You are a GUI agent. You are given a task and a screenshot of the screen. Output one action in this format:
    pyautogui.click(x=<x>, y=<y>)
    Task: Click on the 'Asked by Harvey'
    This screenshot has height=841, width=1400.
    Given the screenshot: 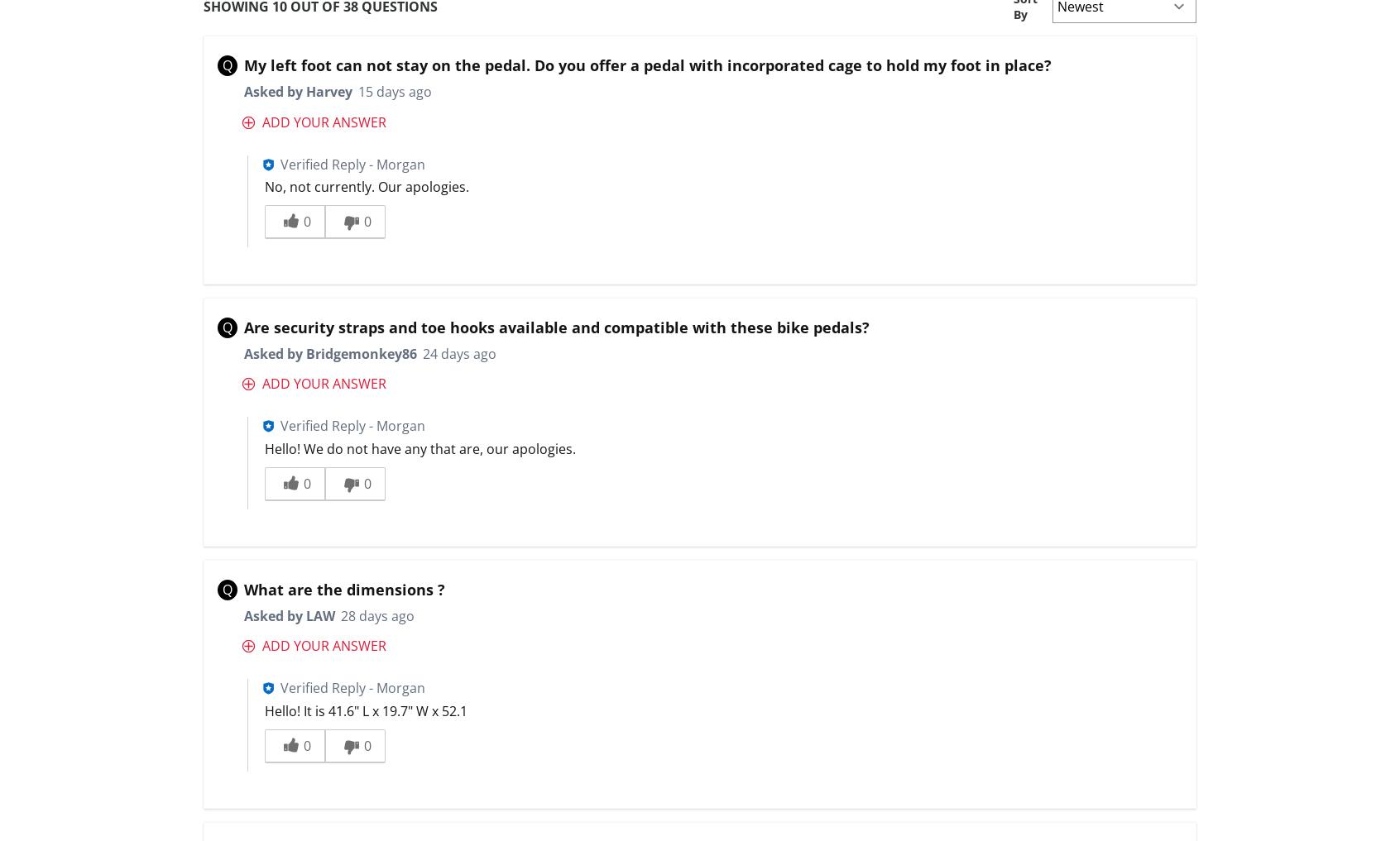 What is the action you would take?
    pyautogui.click(x=242, y=91)
    